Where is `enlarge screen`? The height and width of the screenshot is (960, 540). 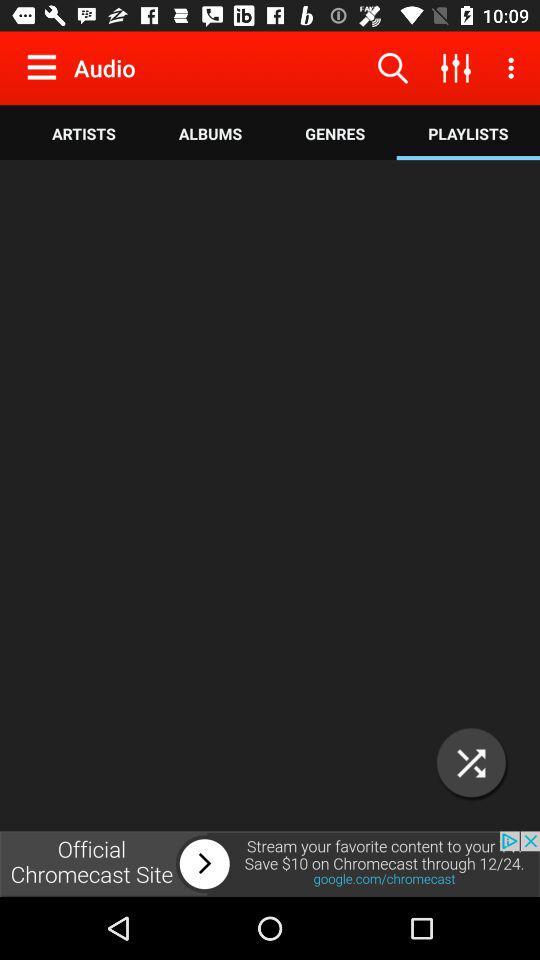 enlarge screen is located at coordinates (471, 762).